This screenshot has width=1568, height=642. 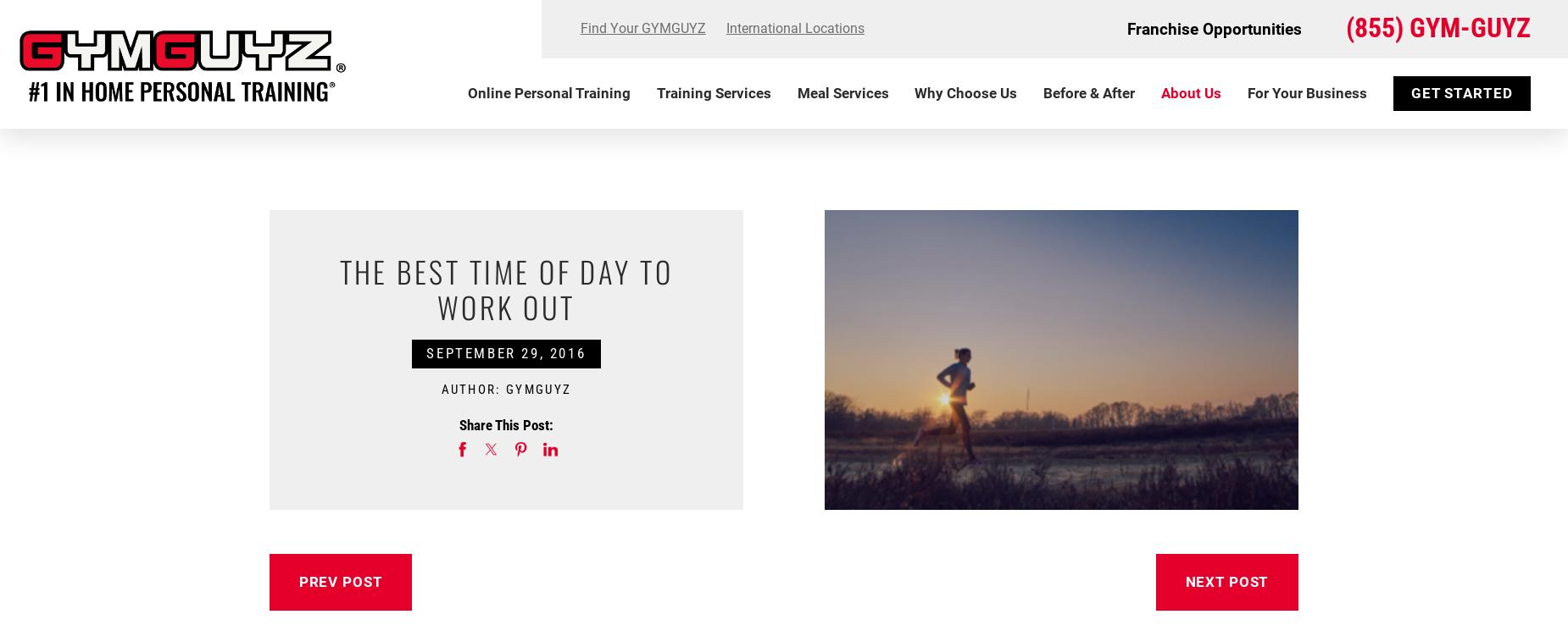 What do you see at coordinates (664, 302) in the screenshot?
I see `'Senior Fitness'` at bounding box center [664, 302].